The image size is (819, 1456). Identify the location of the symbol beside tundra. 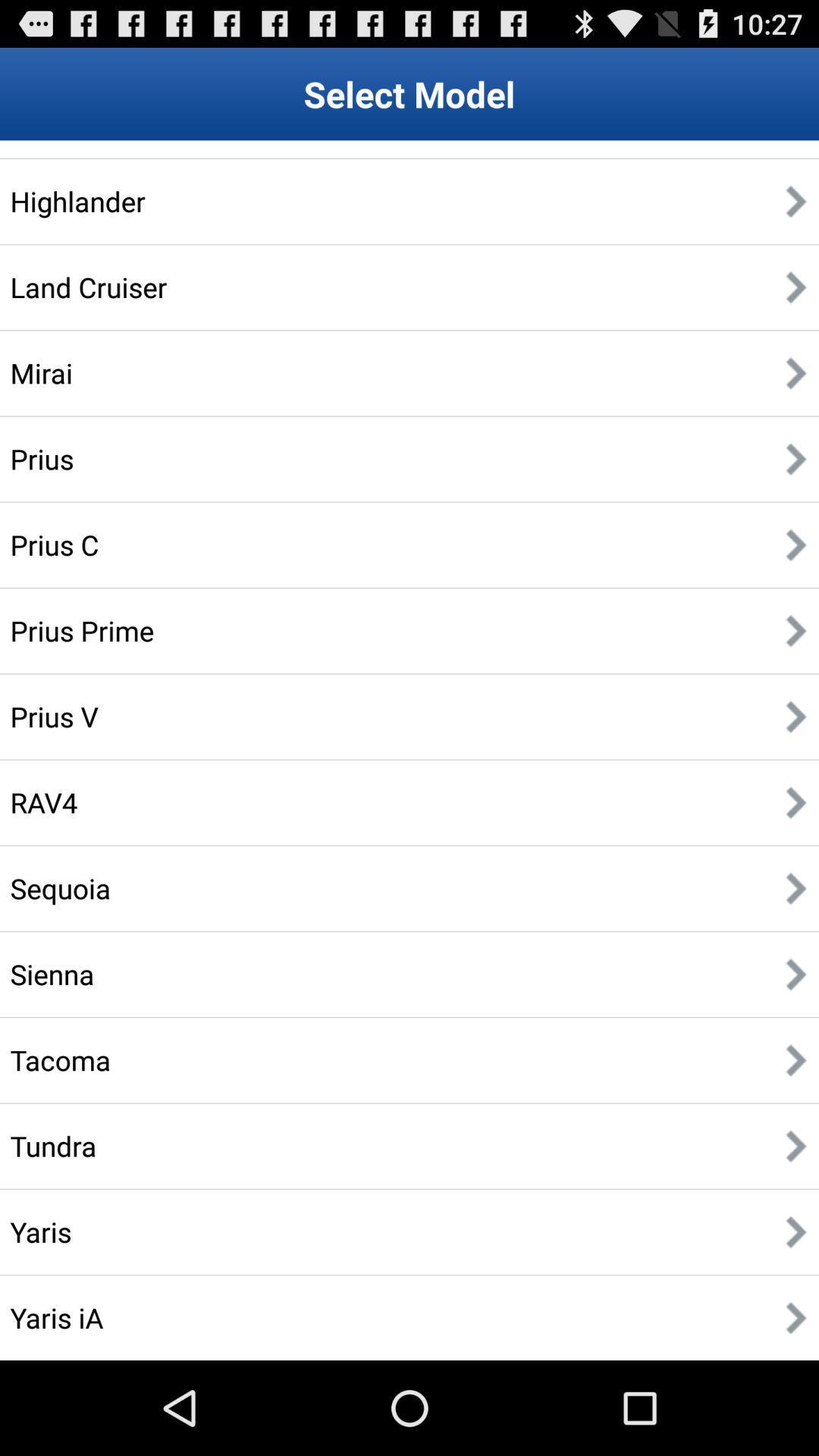
(795, 1146).